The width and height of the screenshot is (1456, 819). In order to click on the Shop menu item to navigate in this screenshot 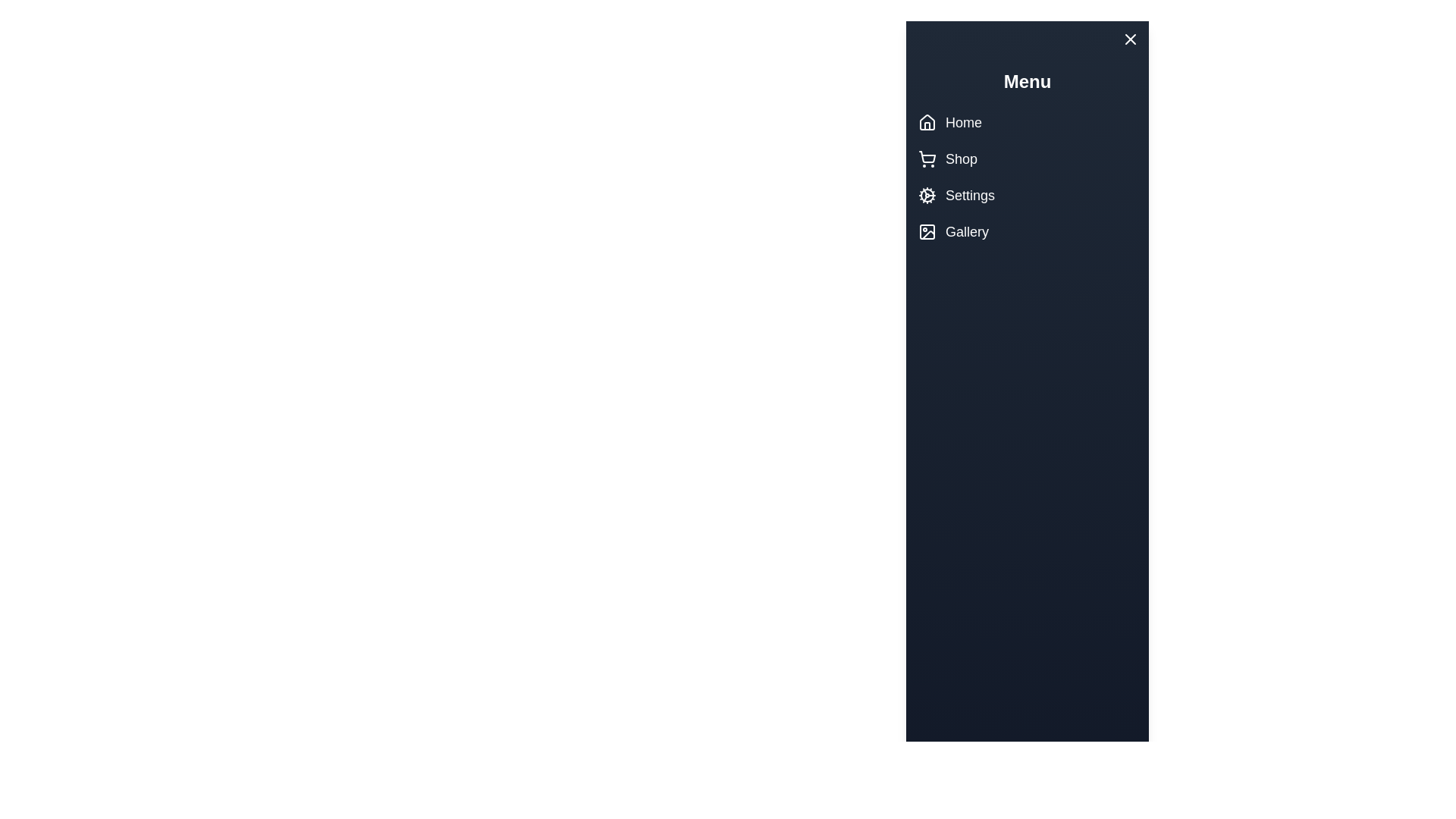, I will do `click(990, 158)`.